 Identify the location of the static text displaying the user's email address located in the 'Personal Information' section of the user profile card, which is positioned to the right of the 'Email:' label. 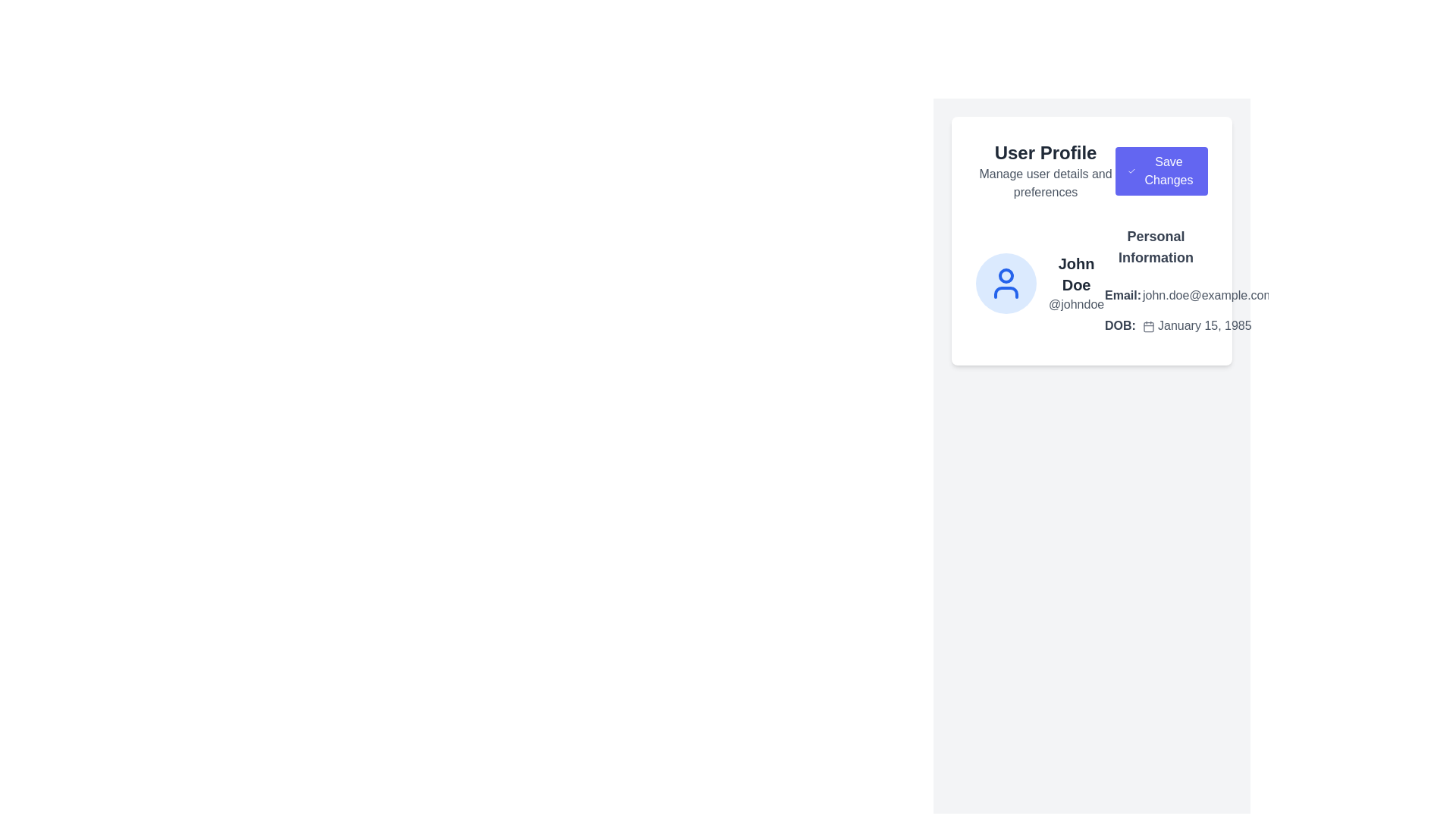
(1207, 295).